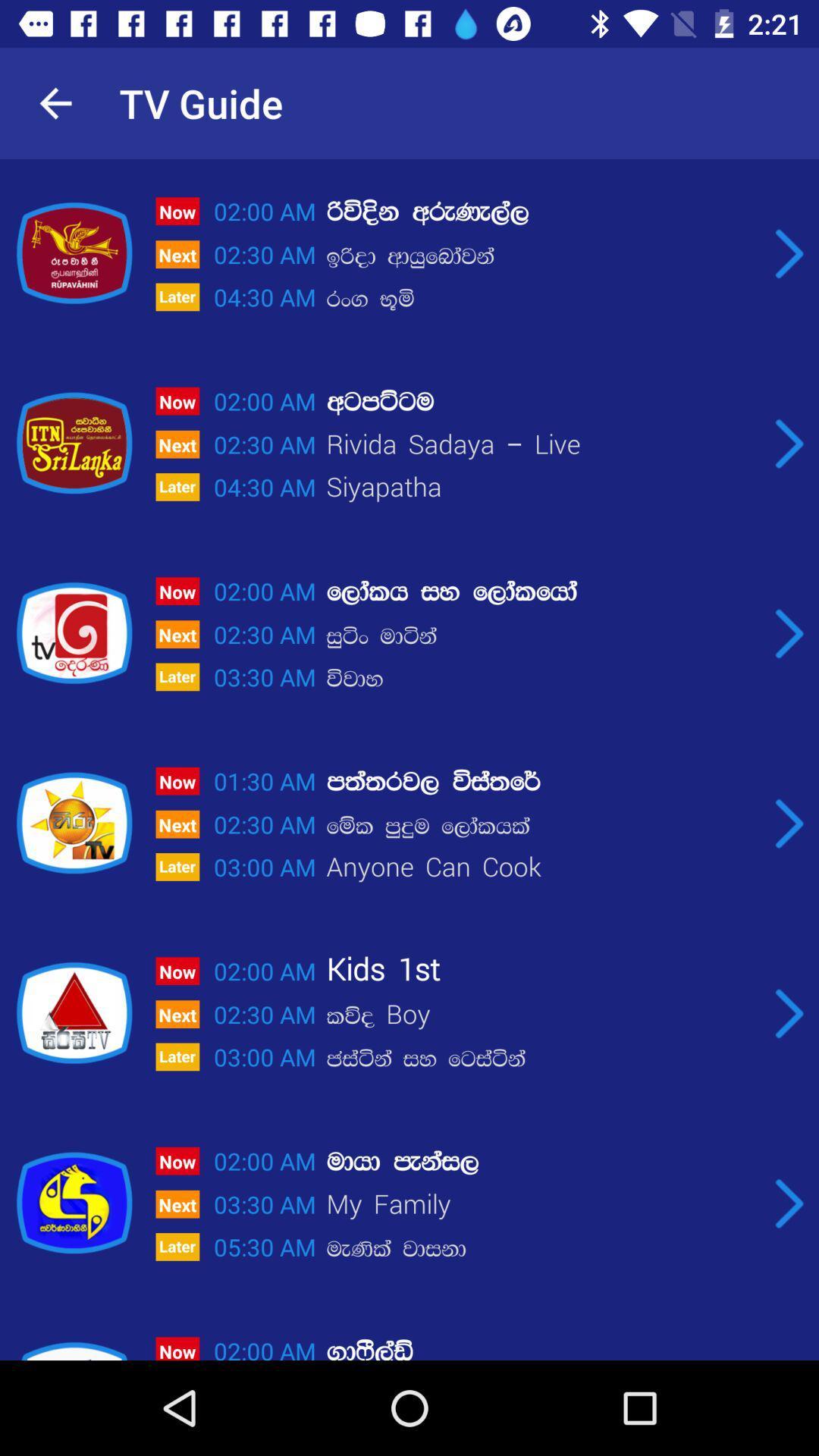 The height and width of the screenshot is (1456, 819). What do you see at coordinates (541, 211) in the screenshot?
I see `icon to the right of the 02:00 am icon` at bounding box center [541, 211].